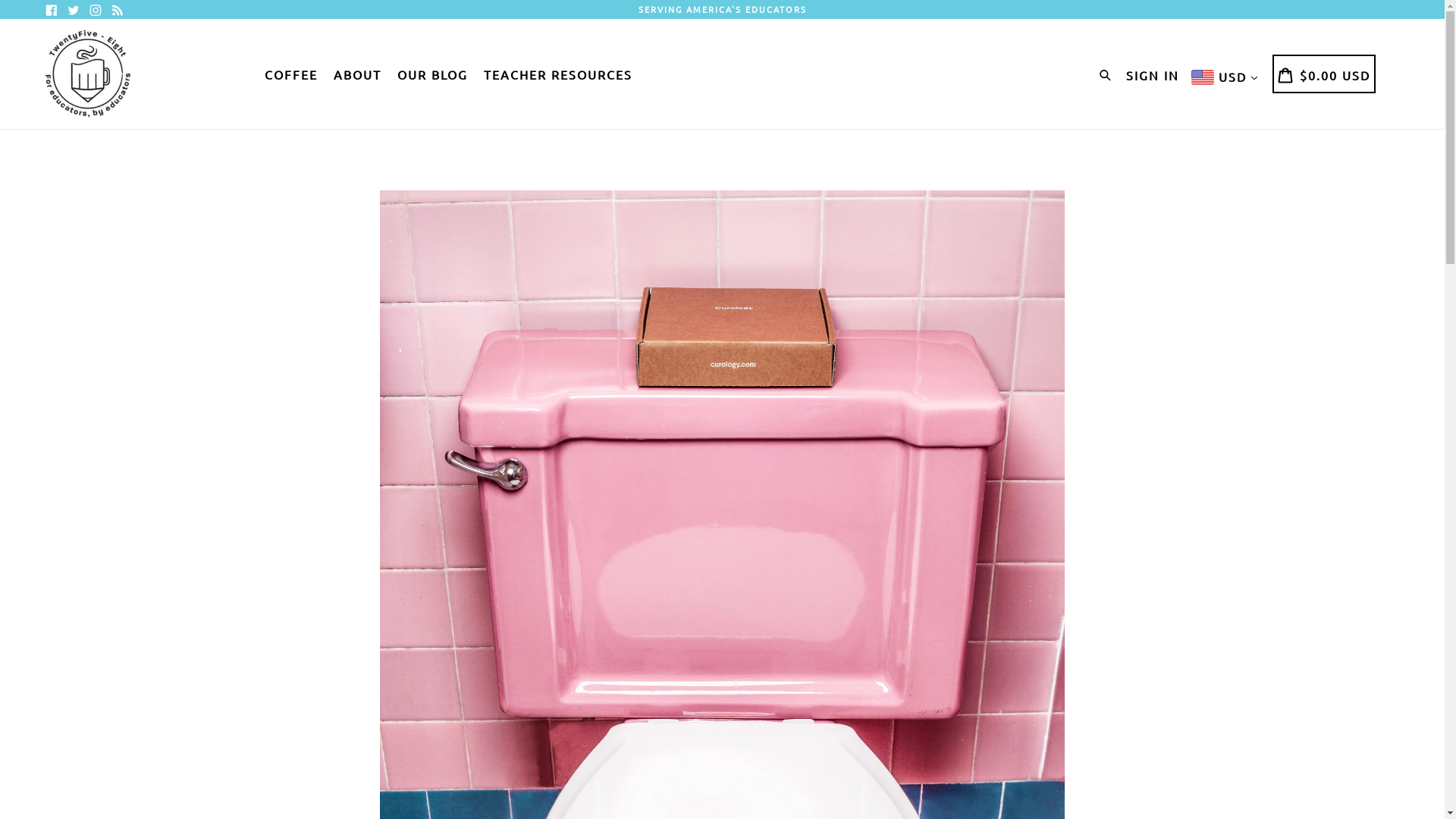 Image resolution: width=1456 pixels, height=819 pixels. Describe the element at coordinates (291, 74) in the screenshot. I see `'COFFEE'` at that location.